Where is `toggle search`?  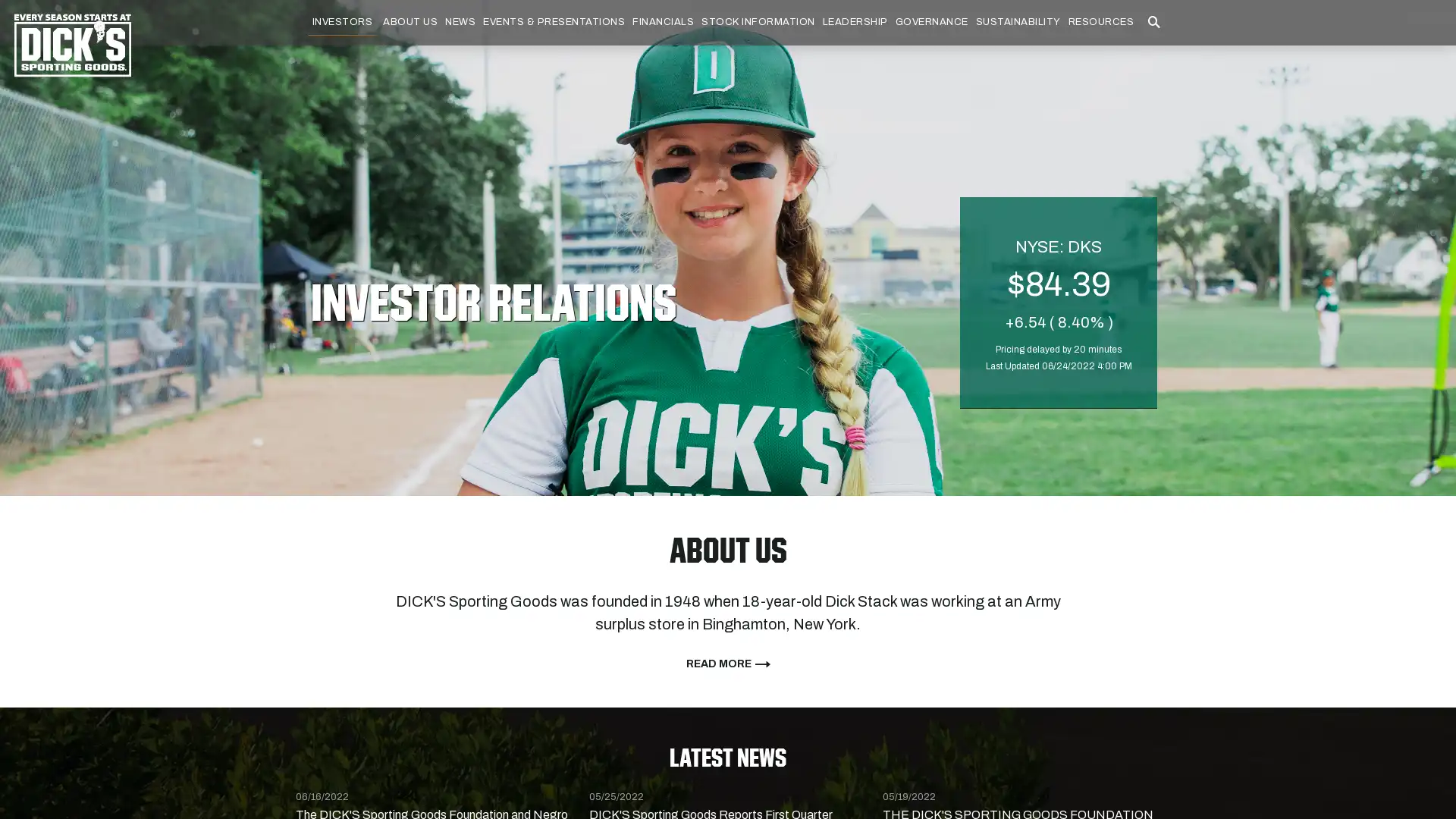
toggle search is located at coordinates (1153, 42).